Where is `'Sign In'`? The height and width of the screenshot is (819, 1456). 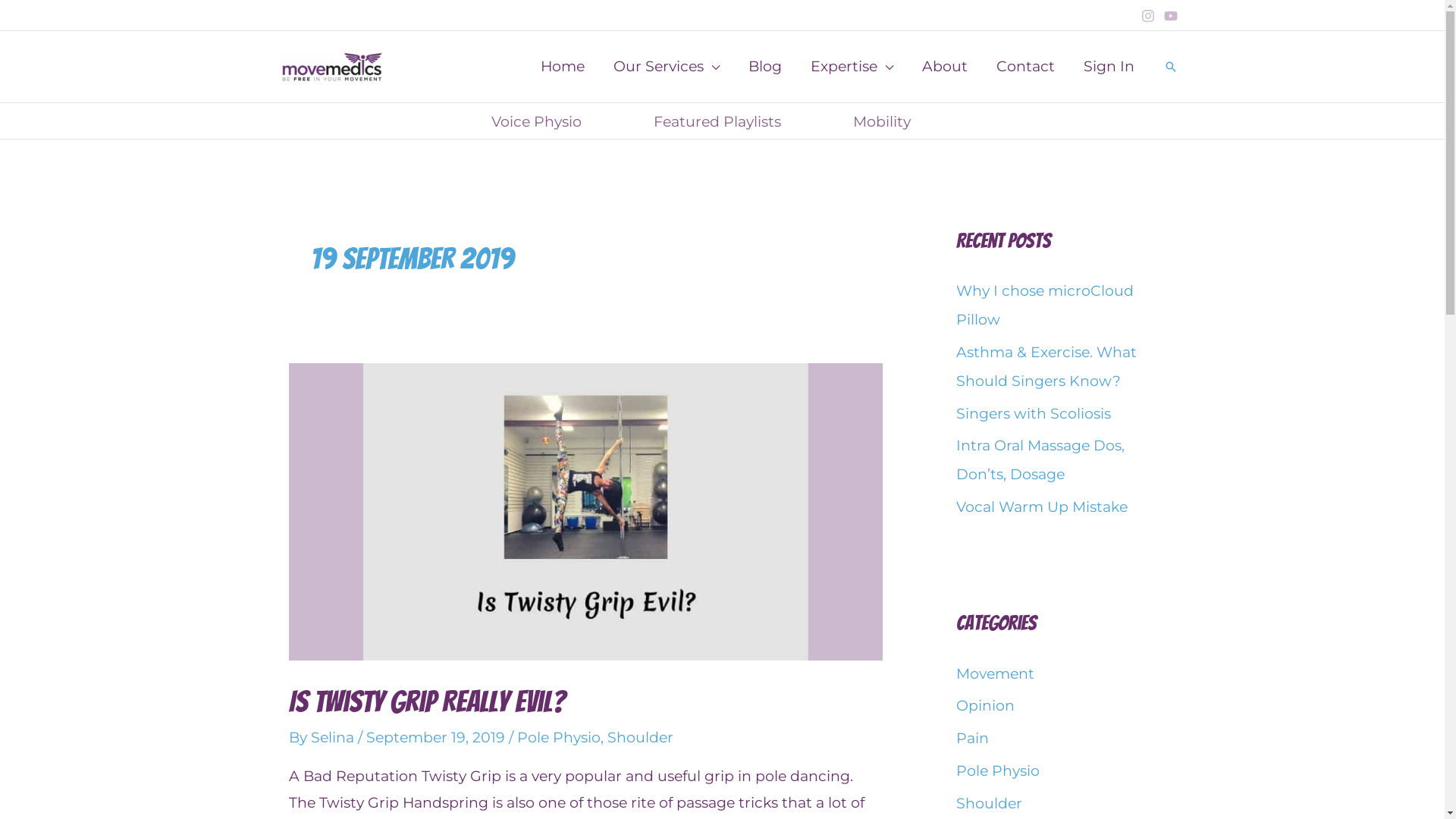 'Sign In' is located at coordinates (1109, 66).